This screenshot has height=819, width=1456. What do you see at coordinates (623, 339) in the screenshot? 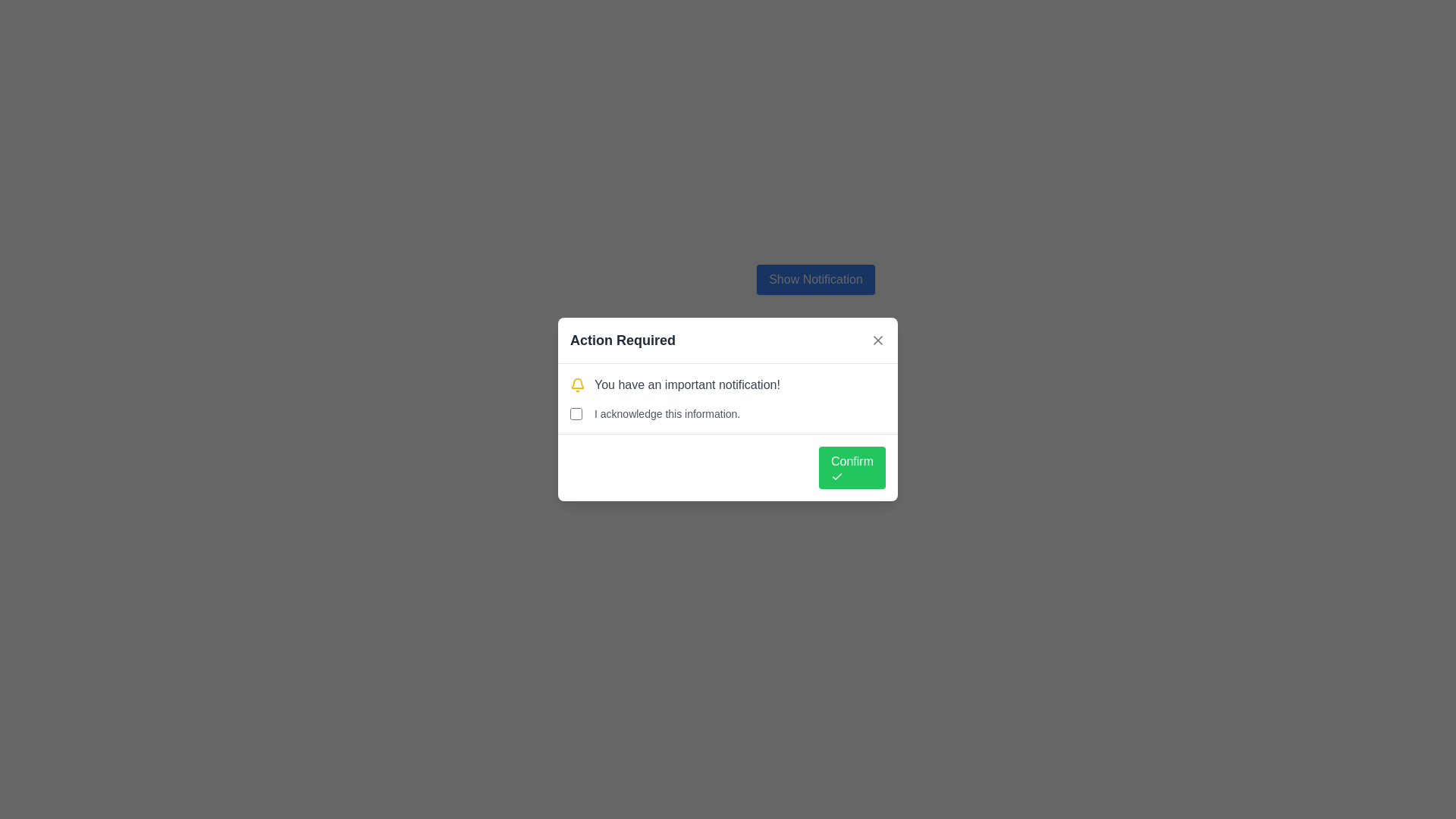
I see `the Header text element within the notification box, which serves as the title indicating the subject or urgency of the notification content` at bounding box center [623, 339].